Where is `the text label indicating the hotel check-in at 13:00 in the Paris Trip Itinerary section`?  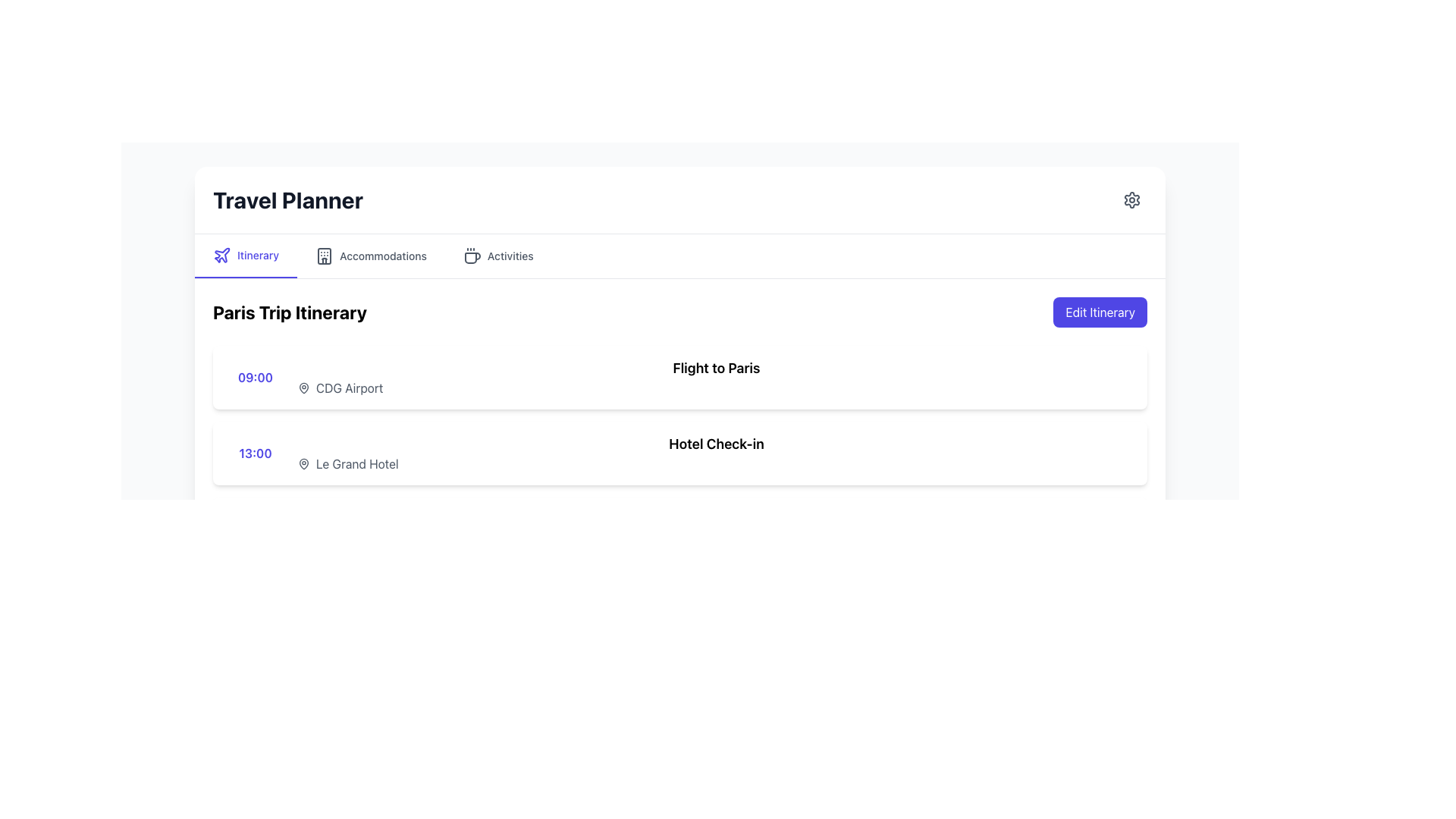
the text label indicating the hotel check-in at 13:00 in the Paris Trip Itinerary section is located at coordinates (679, 452).